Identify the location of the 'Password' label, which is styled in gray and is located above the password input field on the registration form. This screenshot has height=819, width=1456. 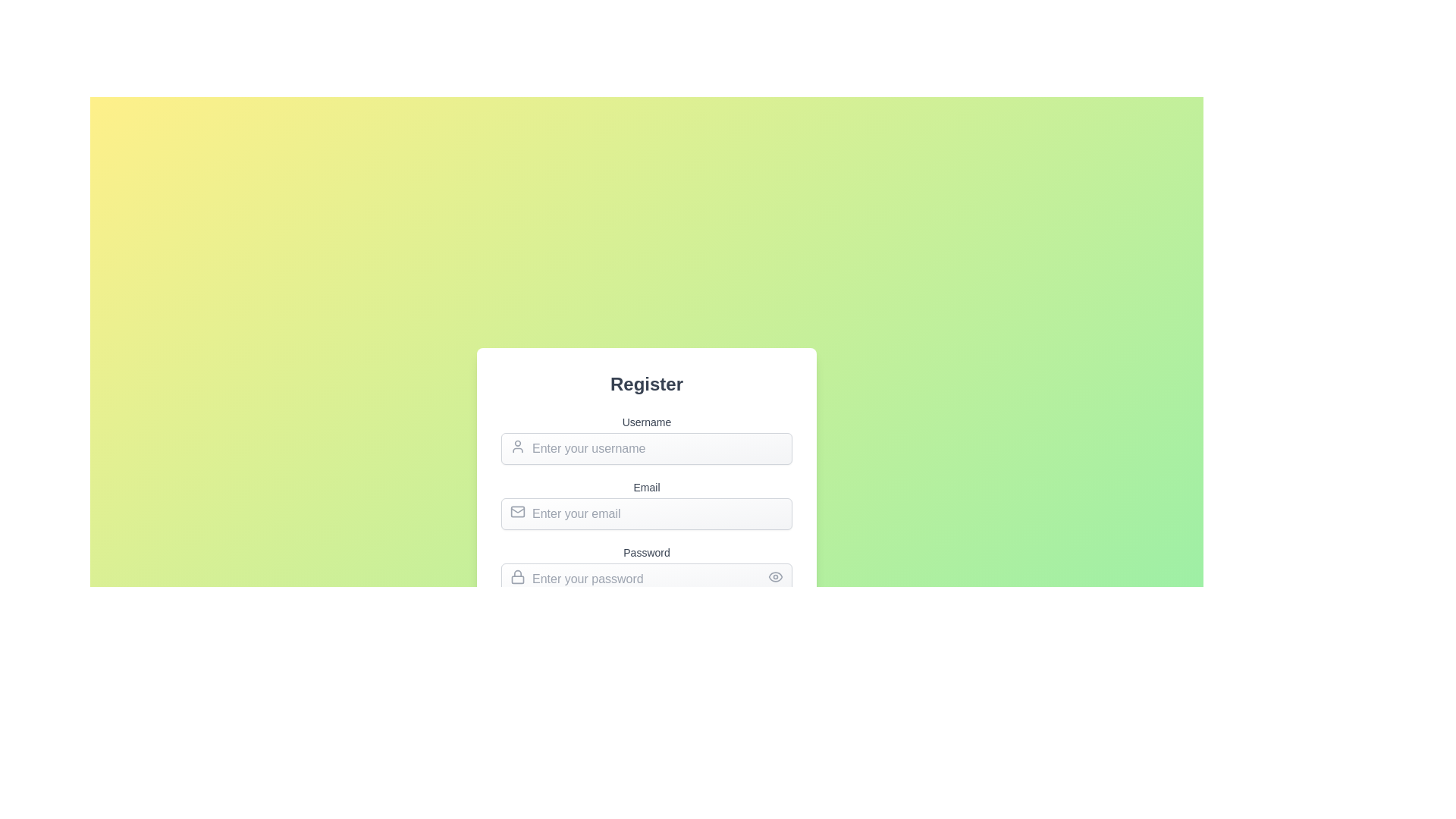
(647, 553).